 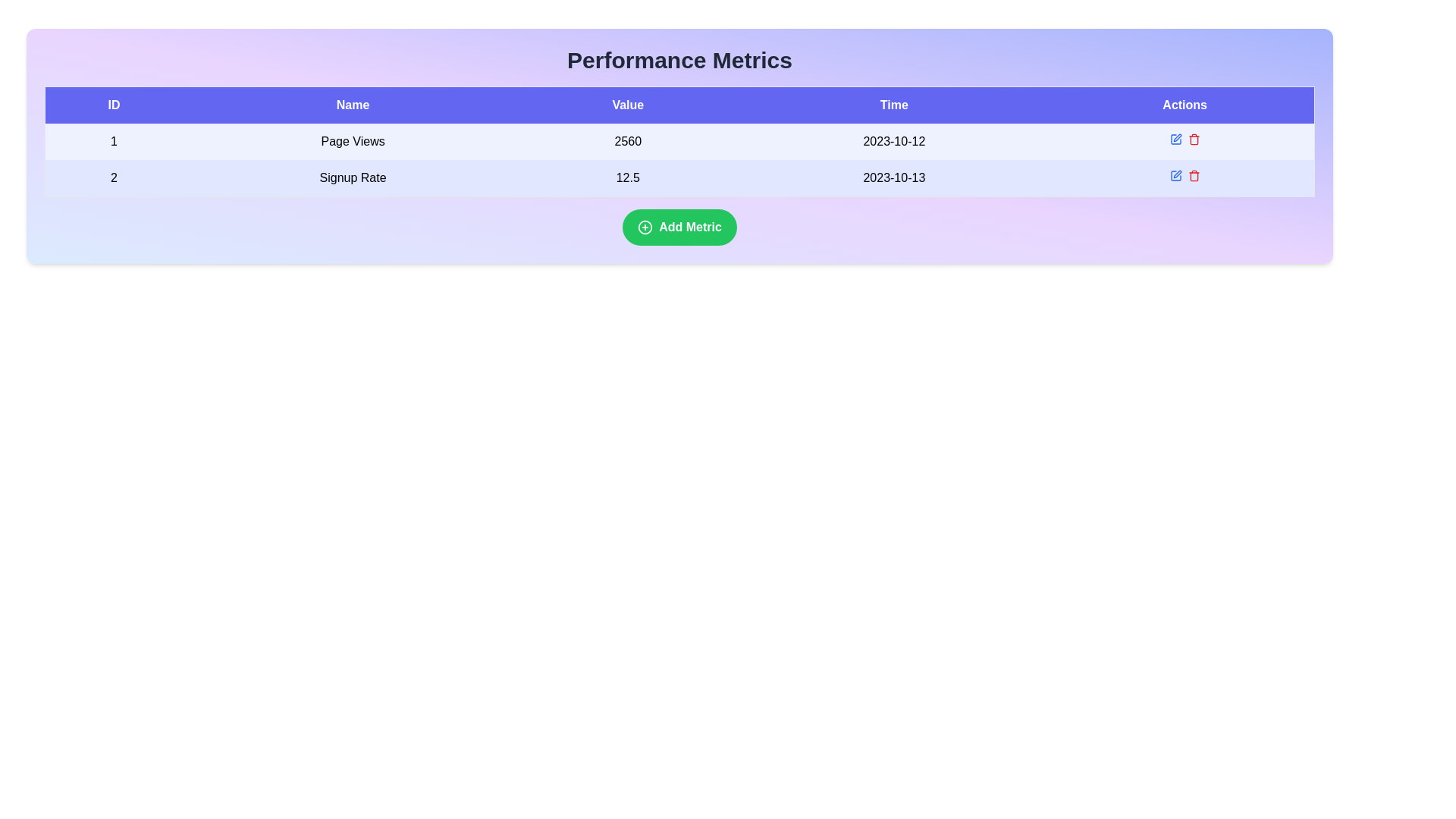 I want to click on the numeric value (12.5) displayed under the 'Value' header in the third column of the second row of the performance metrics table, corresponding to the 'Signup Rate', so click(x=628, y=177).